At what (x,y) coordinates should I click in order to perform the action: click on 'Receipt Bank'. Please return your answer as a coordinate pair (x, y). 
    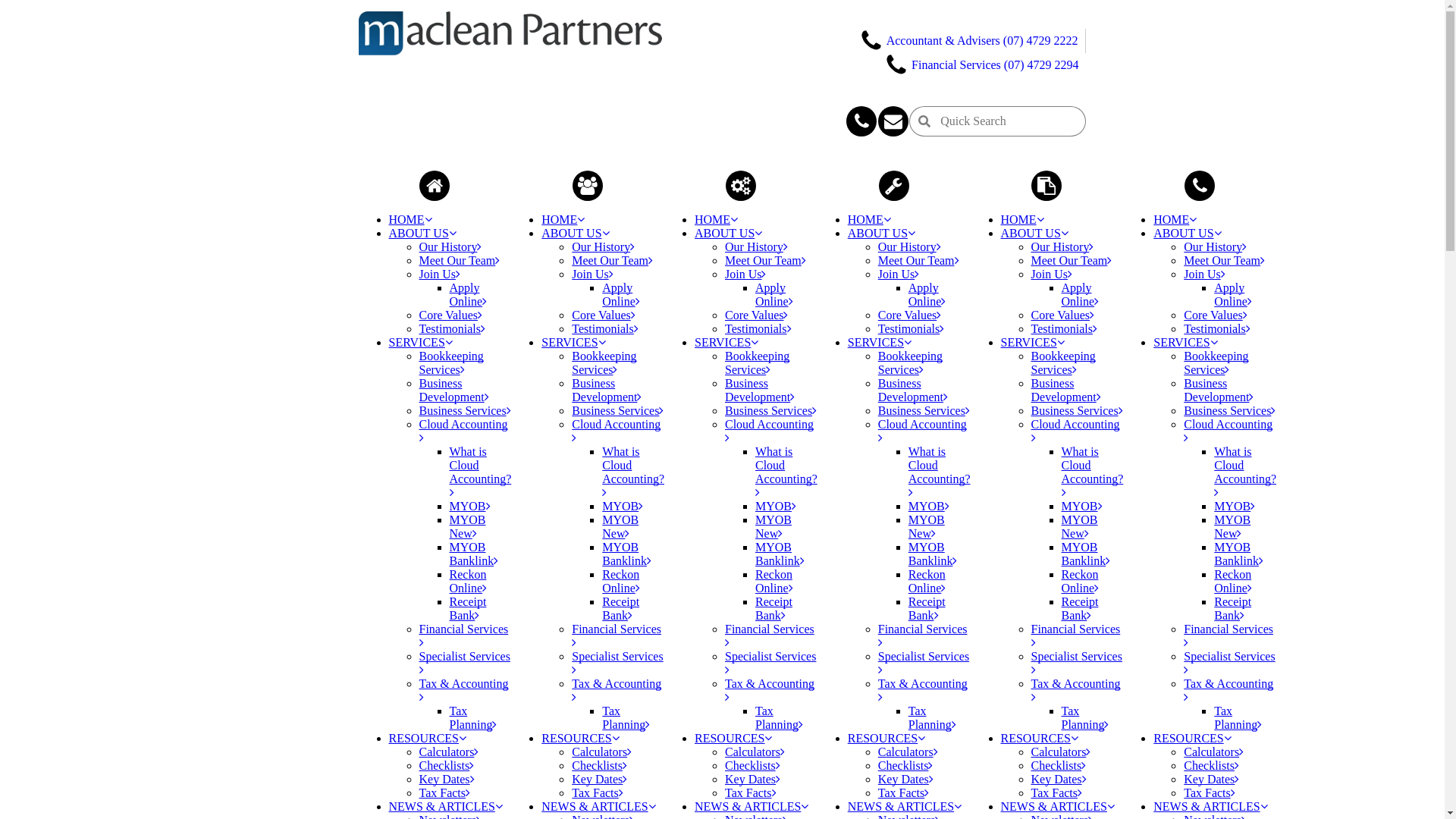
    Looking at the image, I should click on (620, 607).